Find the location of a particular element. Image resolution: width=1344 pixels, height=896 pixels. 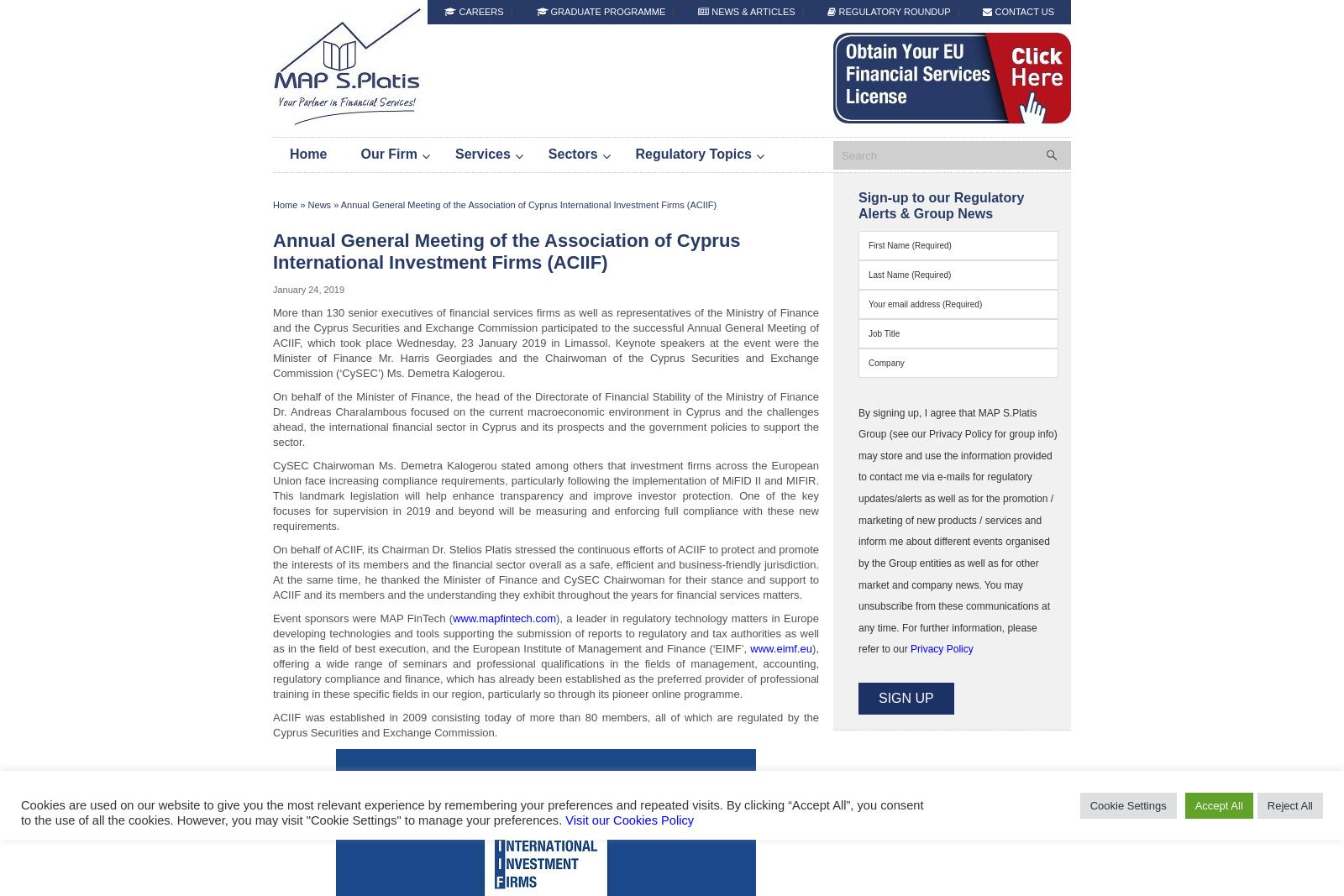

'News & Articles' is located at coordinates (751, 10).